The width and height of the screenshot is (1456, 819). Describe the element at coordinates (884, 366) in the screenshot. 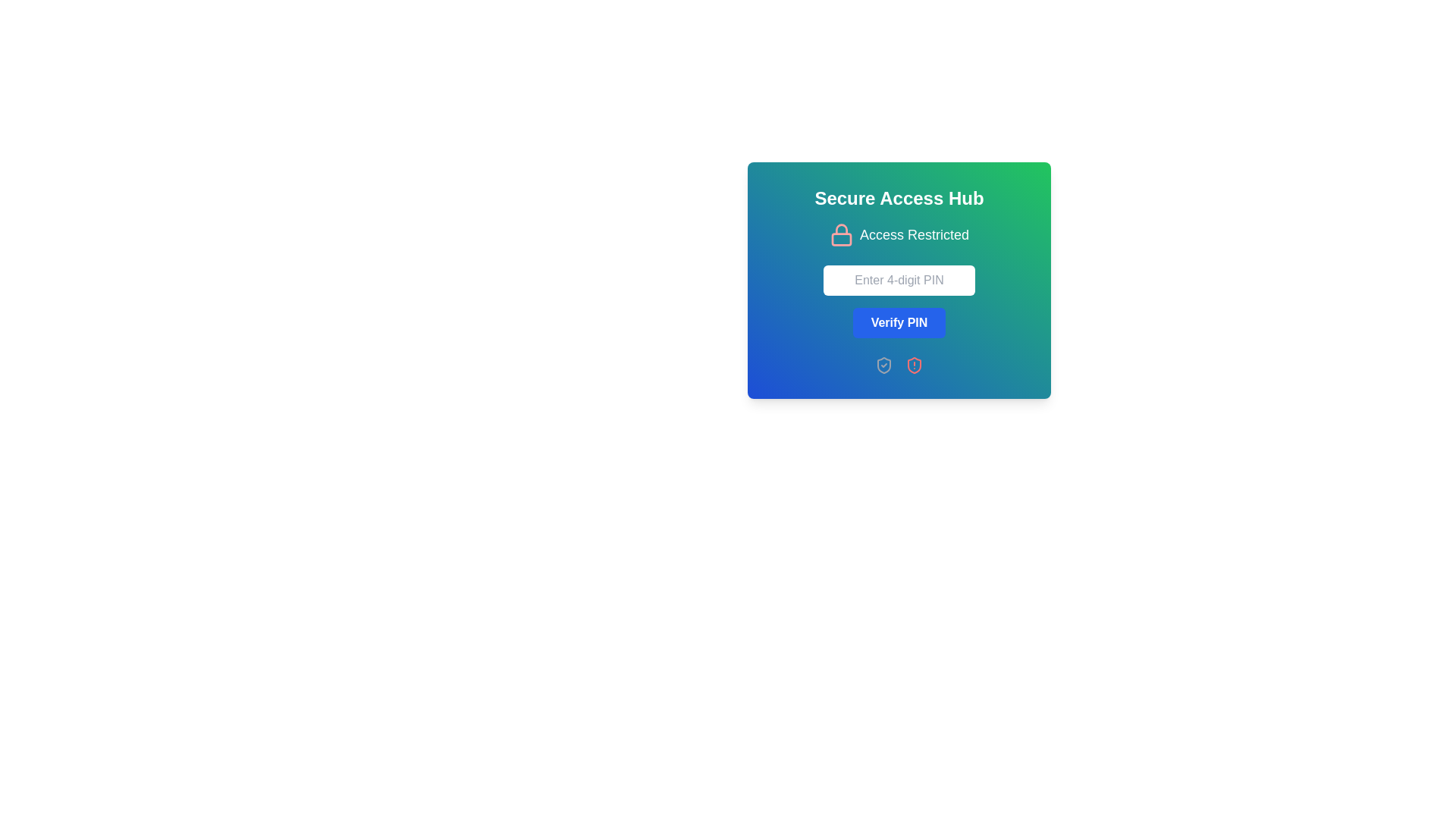

I see `the security or verification icon located in the lower center section of the card interface` at that location.